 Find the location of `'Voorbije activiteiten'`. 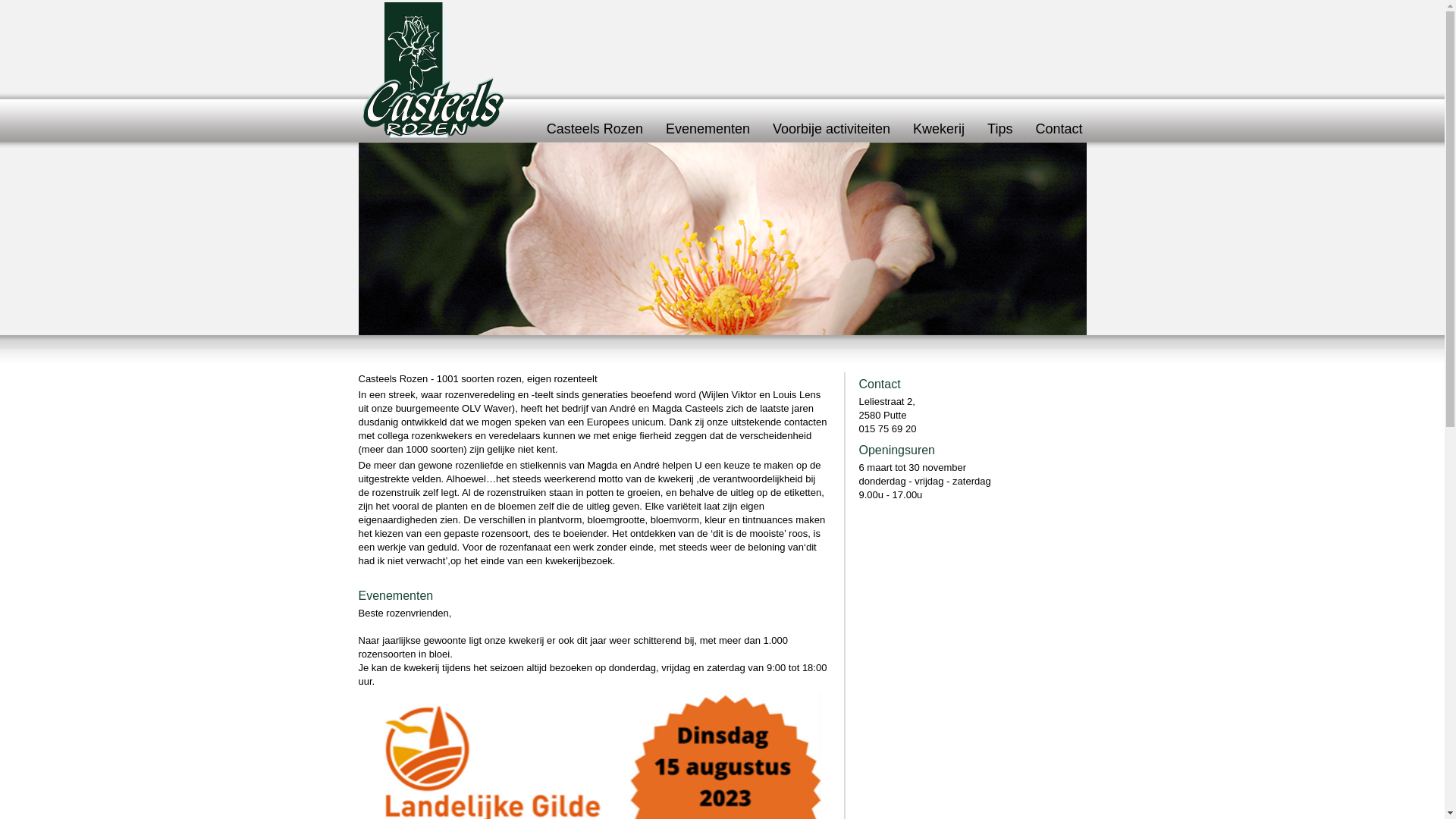

'Voorbije activiteiten' is located at coordinates (830, 127).